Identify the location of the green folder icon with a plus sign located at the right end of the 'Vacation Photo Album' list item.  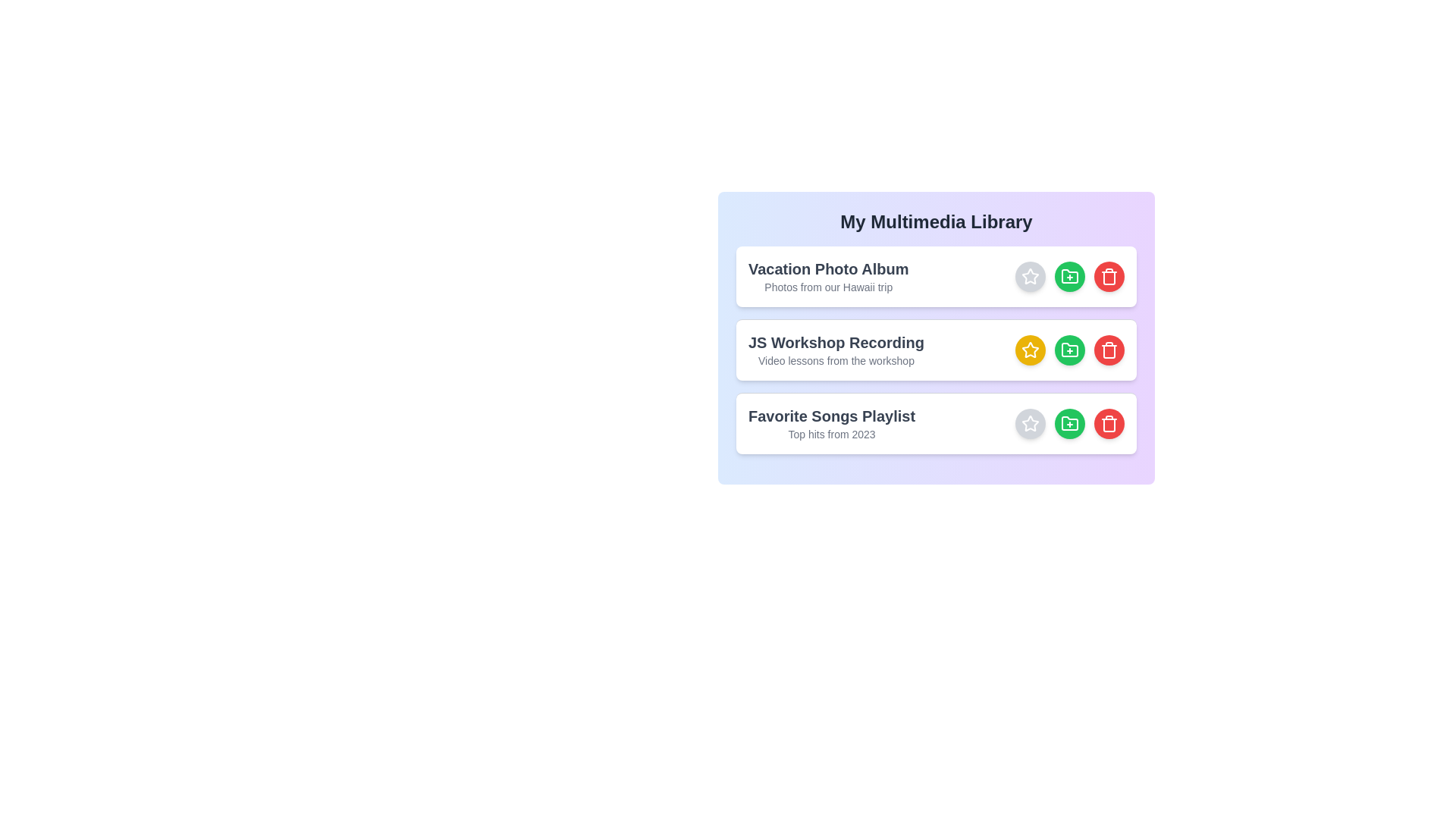
(1069, 277).